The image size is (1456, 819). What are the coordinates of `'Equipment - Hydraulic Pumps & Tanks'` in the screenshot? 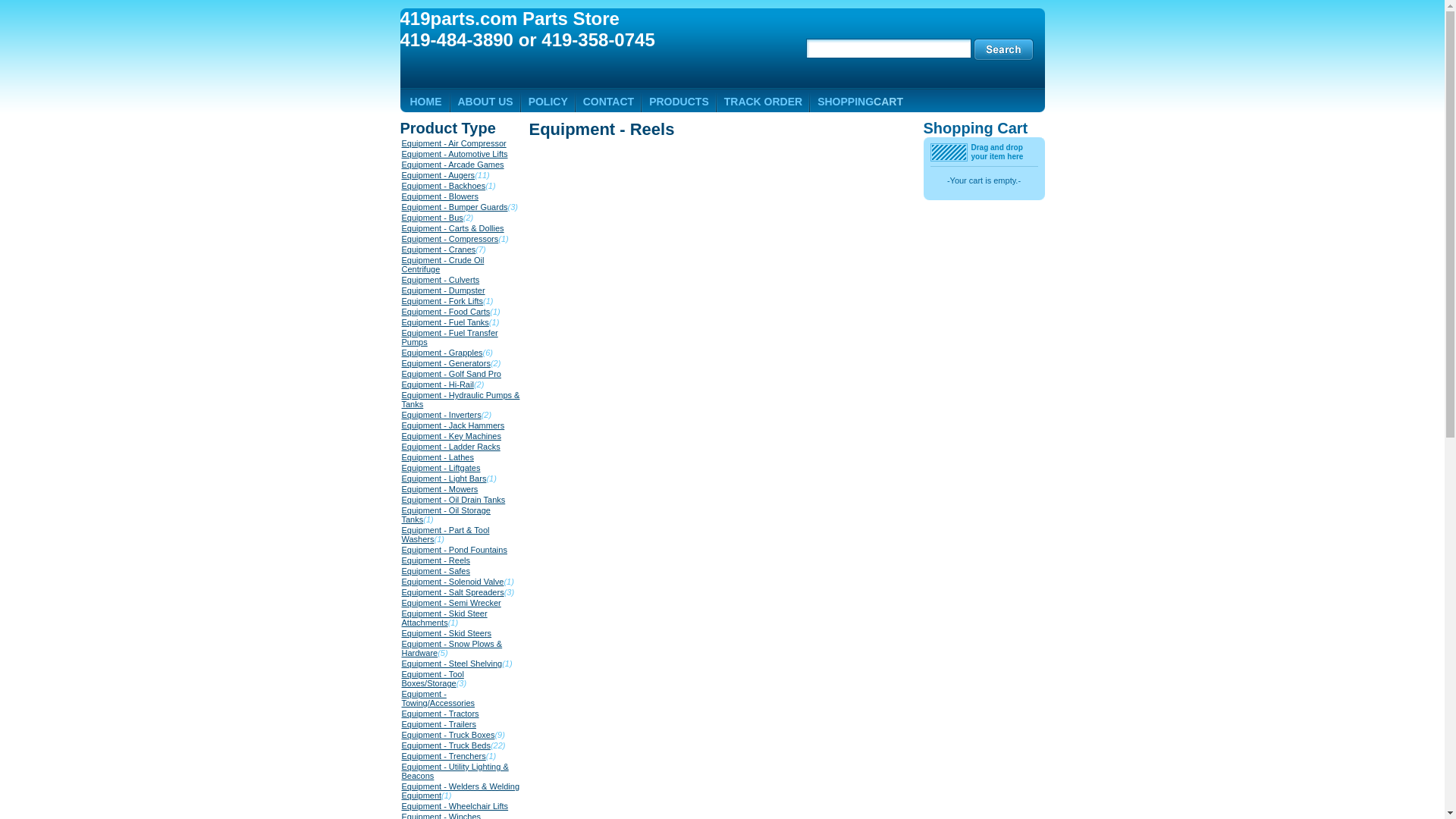 It's located at (401, 399).